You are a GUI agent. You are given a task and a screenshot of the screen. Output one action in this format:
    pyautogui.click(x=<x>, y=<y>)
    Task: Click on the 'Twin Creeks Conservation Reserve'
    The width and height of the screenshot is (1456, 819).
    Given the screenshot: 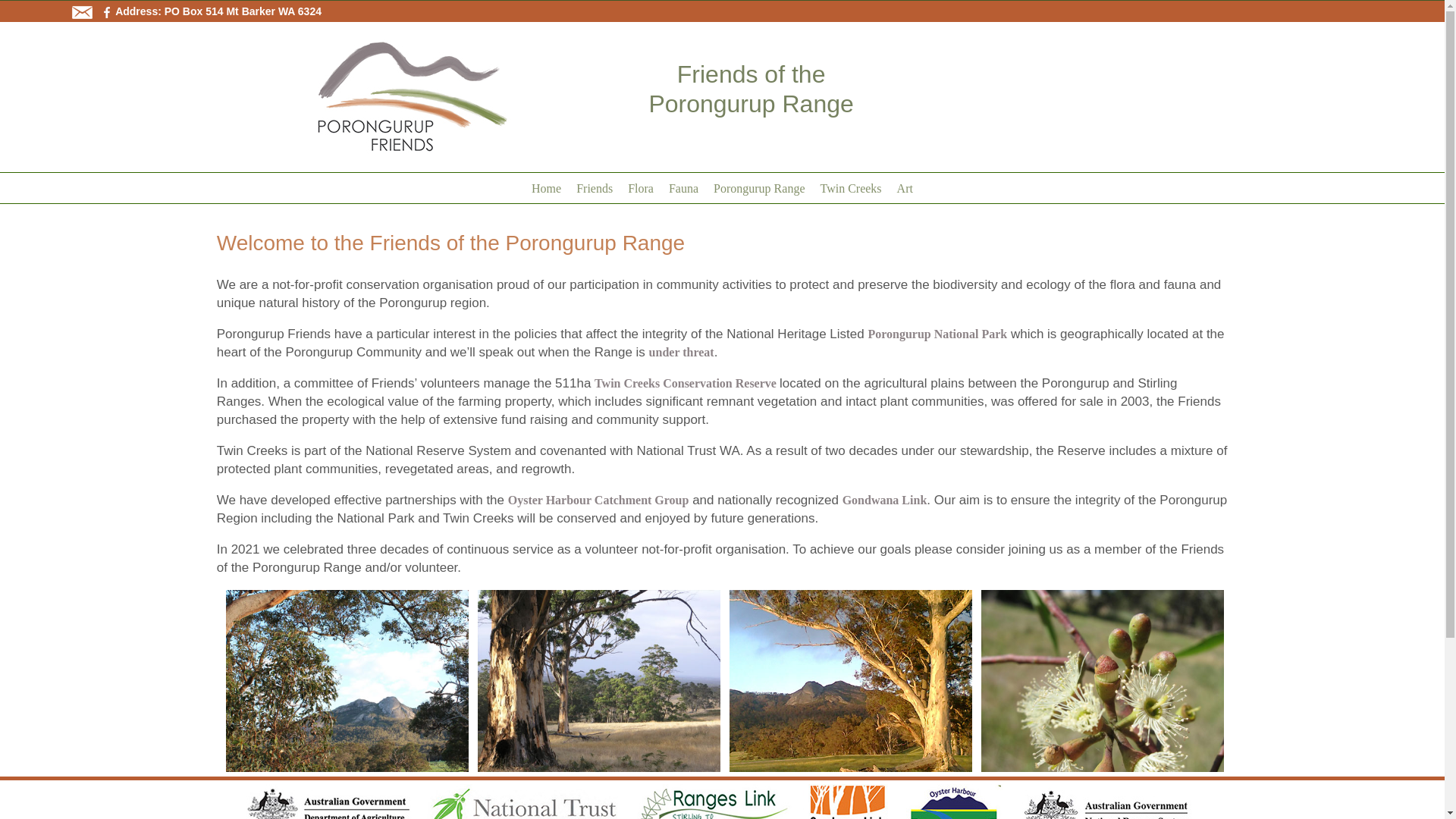 What is the action you would take?
    pyautogui.click(x=593, y=382)
    